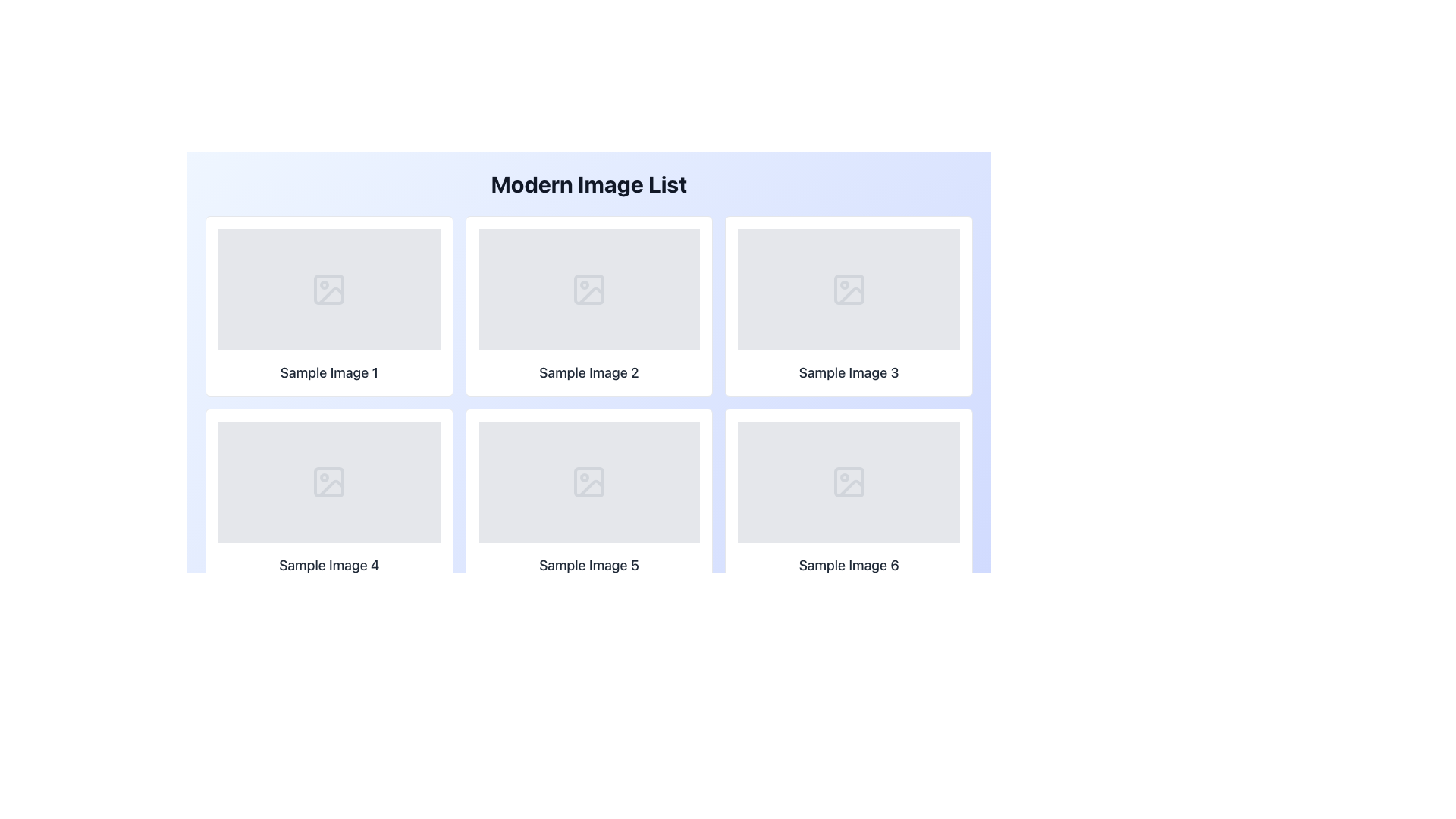  I want to click on the text label that provides a title for the fifth image in the grid layout, located below the respective image placeholder in the second row, first column, so click(588, 565).